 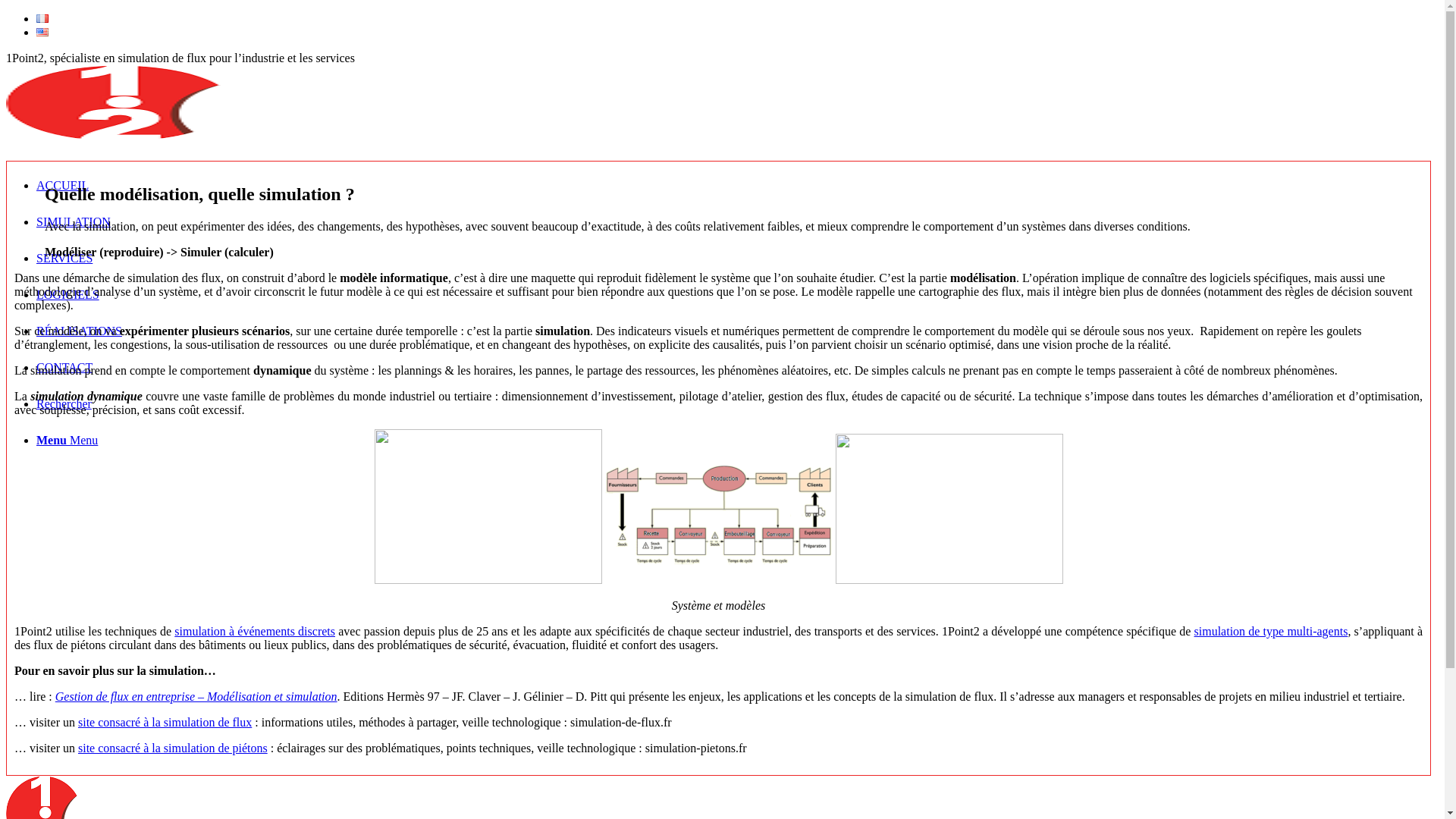 What do you see at coordinates (61, 184) in the screenshot?
I see `'ACCUEIL'` at bounding box center [61, 184].